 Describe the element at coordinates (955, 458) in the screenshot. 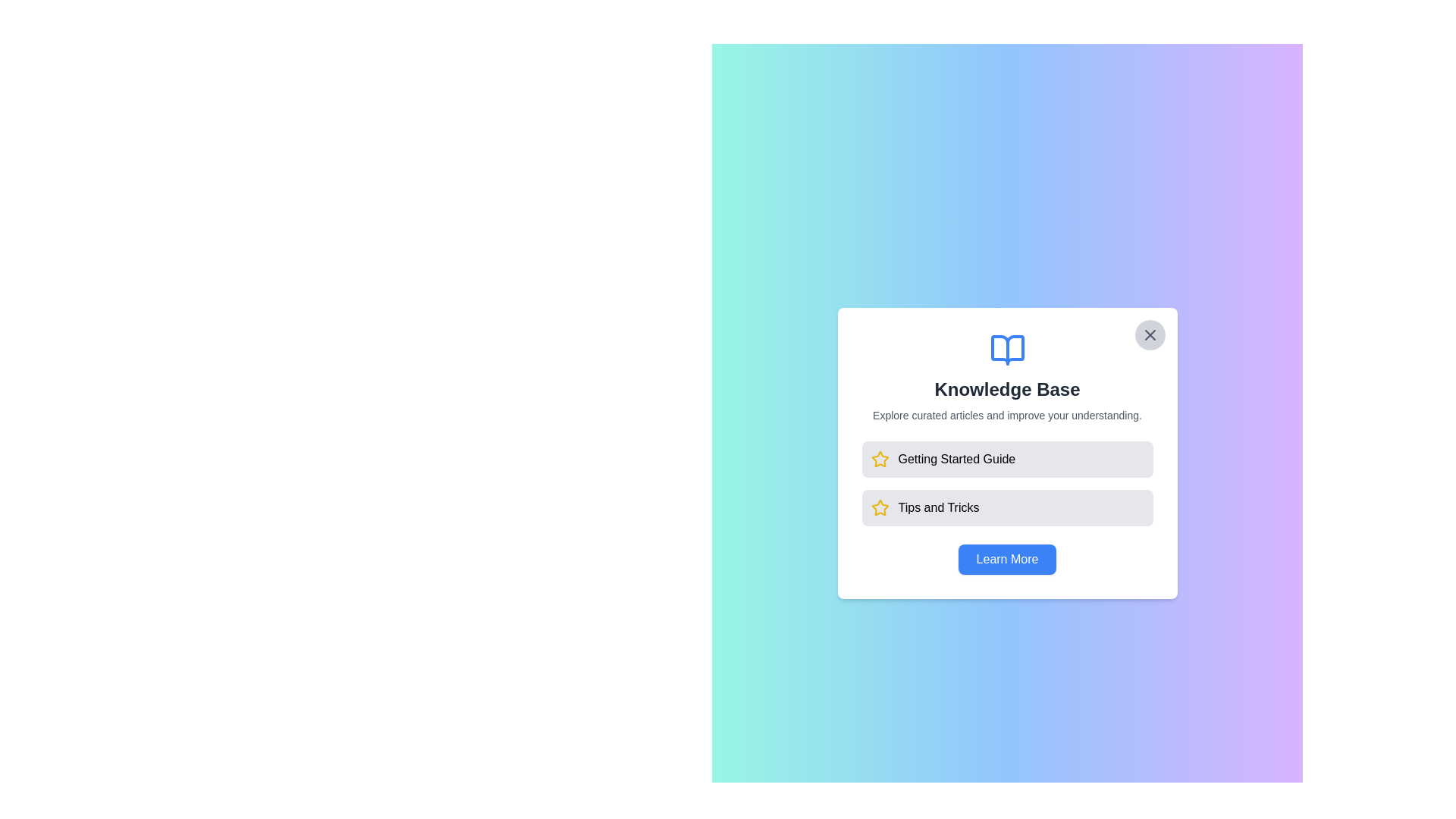

I see `the navigation link or button labeled 'Getting Started' in the 'Knowledge Base' dialog box` at that location.